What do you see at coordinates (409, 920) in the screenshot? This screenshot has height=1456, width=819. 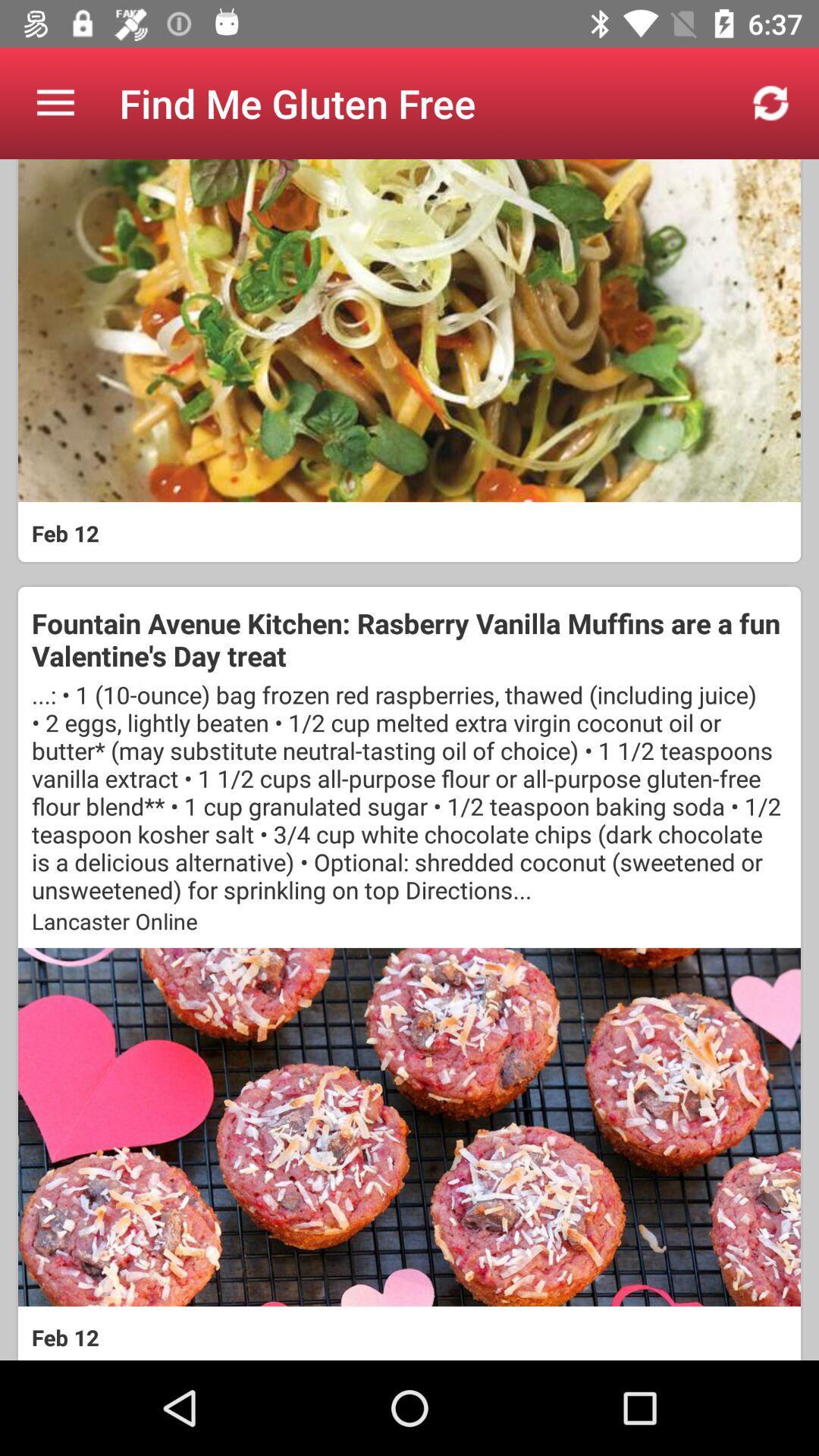 I see `the icon below the 1 10 ounce item` at bounding box center [409, 920].